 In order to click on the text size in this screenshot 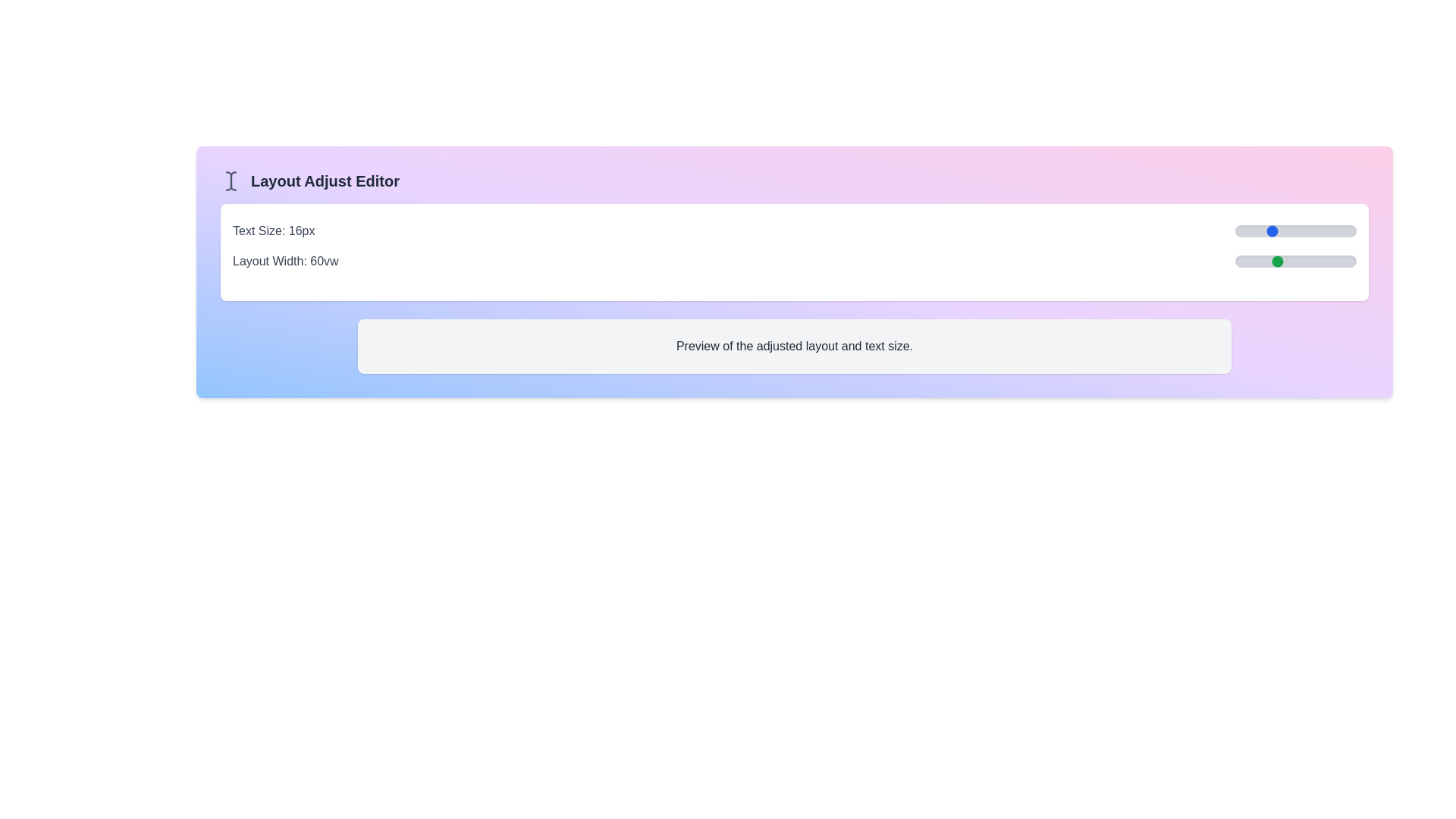, I will do `click(1278, 231)`.